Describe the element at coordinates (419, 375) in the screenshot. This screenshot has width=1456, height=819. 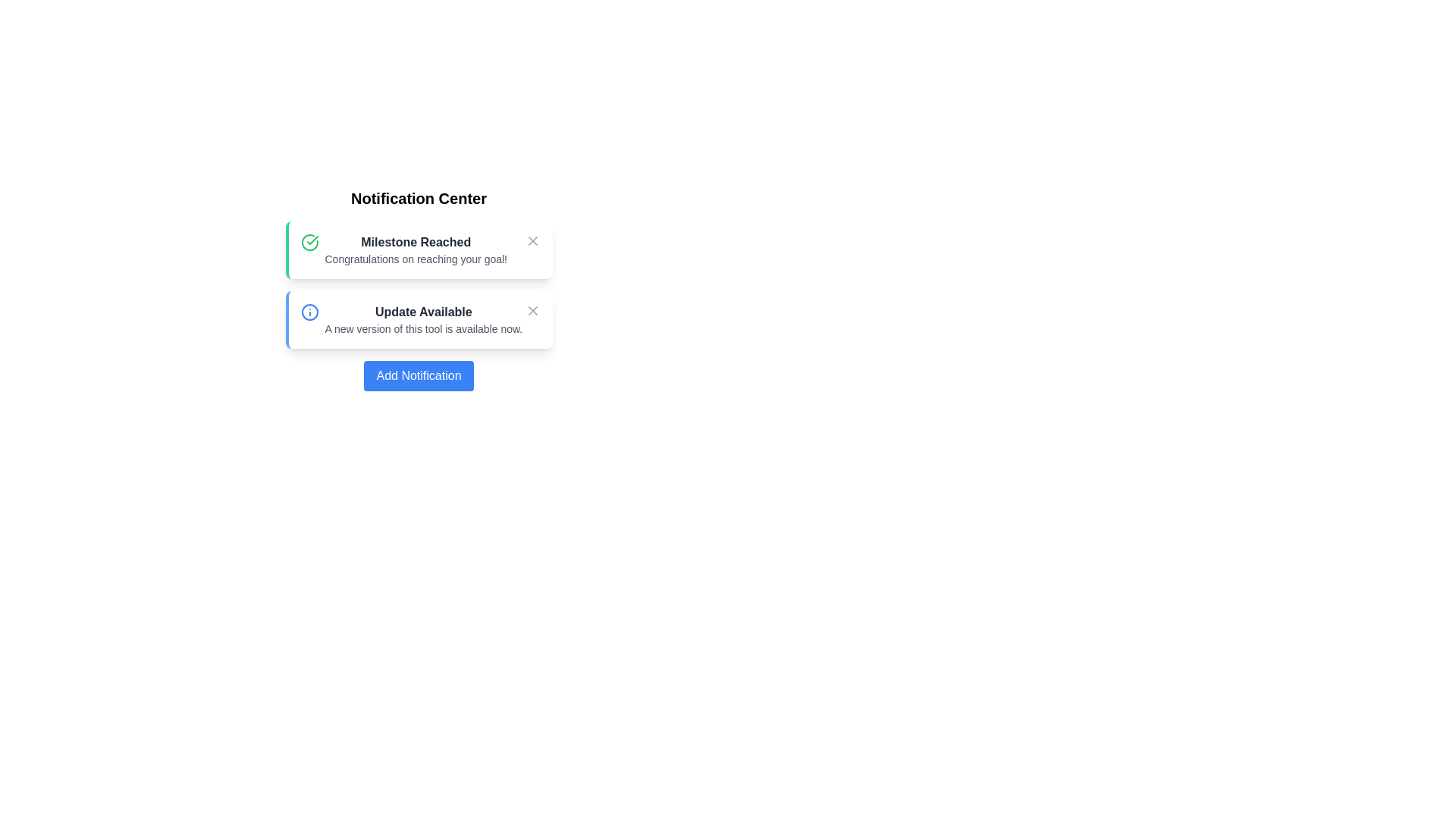
I see `the 'Add Notification' button to add a new notification` at that location.